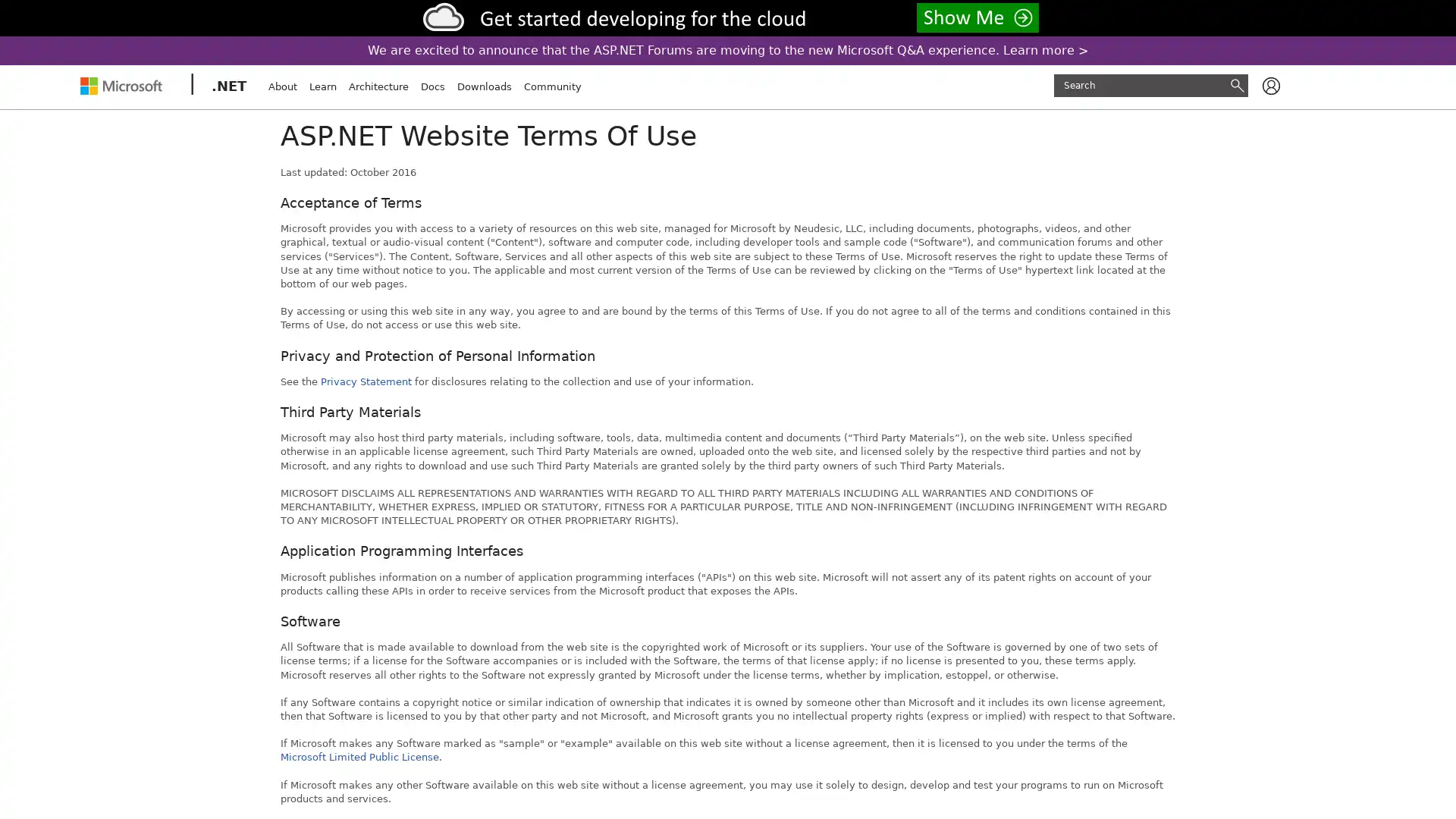  Describe the element at coordinates (1270, 84) in the screenshot. I see `Available actions for user` at that location.